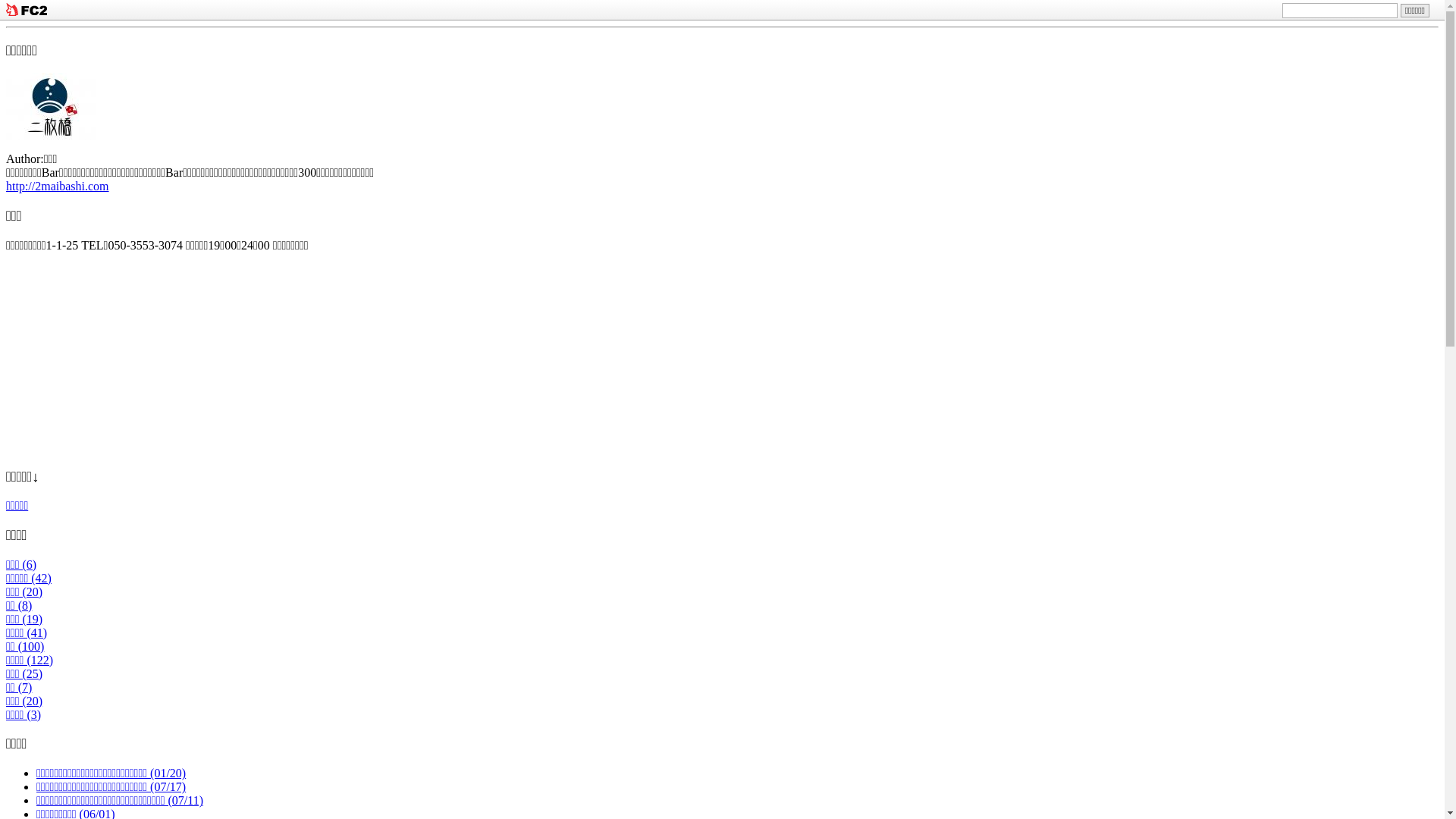  I want to click on 'http://2maibashi.com', so click(58, 185).